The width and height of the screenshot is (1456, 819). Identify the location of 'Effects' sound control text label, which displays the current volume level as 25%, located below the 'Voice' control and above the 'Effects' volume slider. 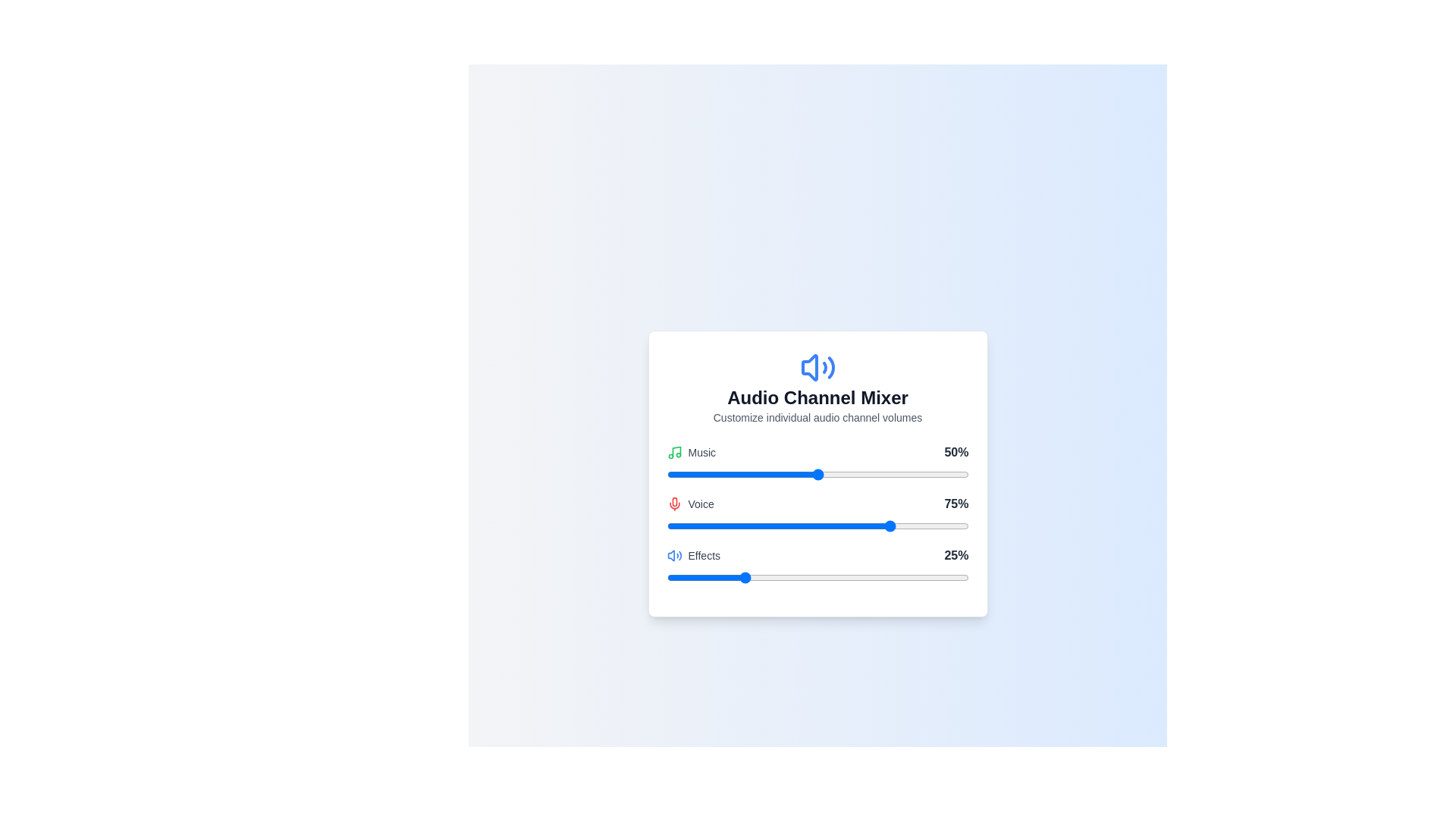
(817, 555).